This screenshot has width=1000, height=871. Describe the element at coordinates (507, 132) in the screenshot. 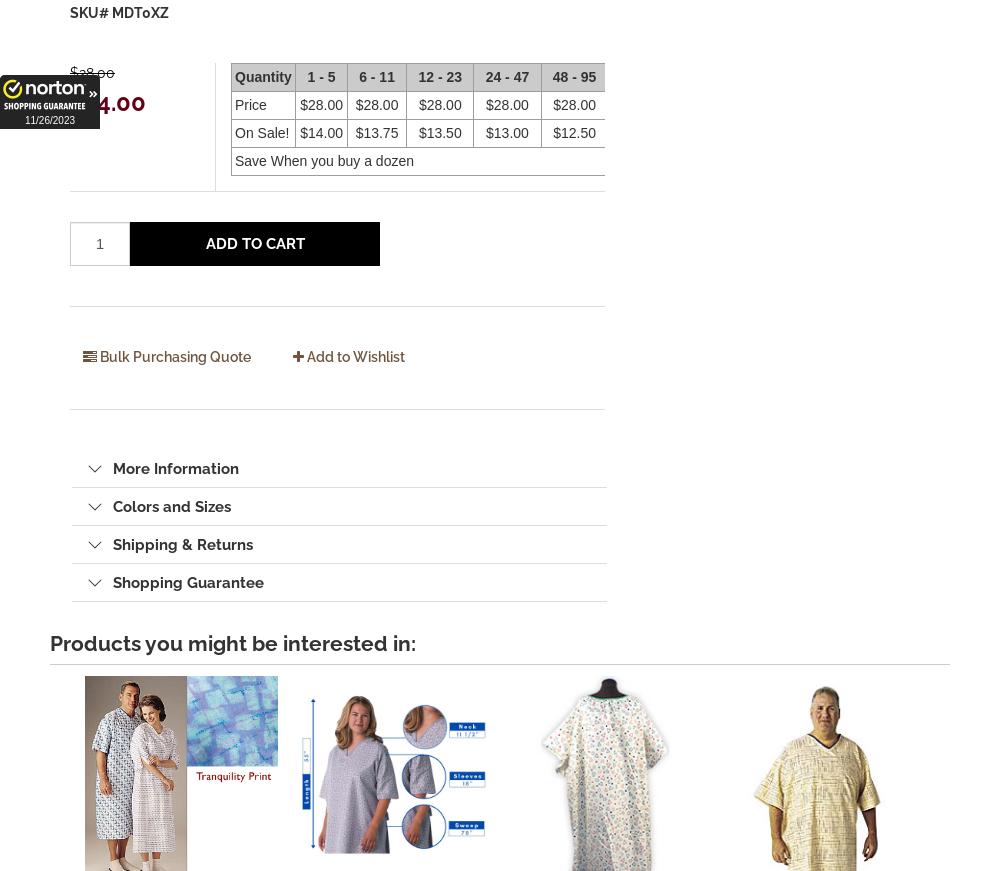

I see `'$13.00'` at that location.